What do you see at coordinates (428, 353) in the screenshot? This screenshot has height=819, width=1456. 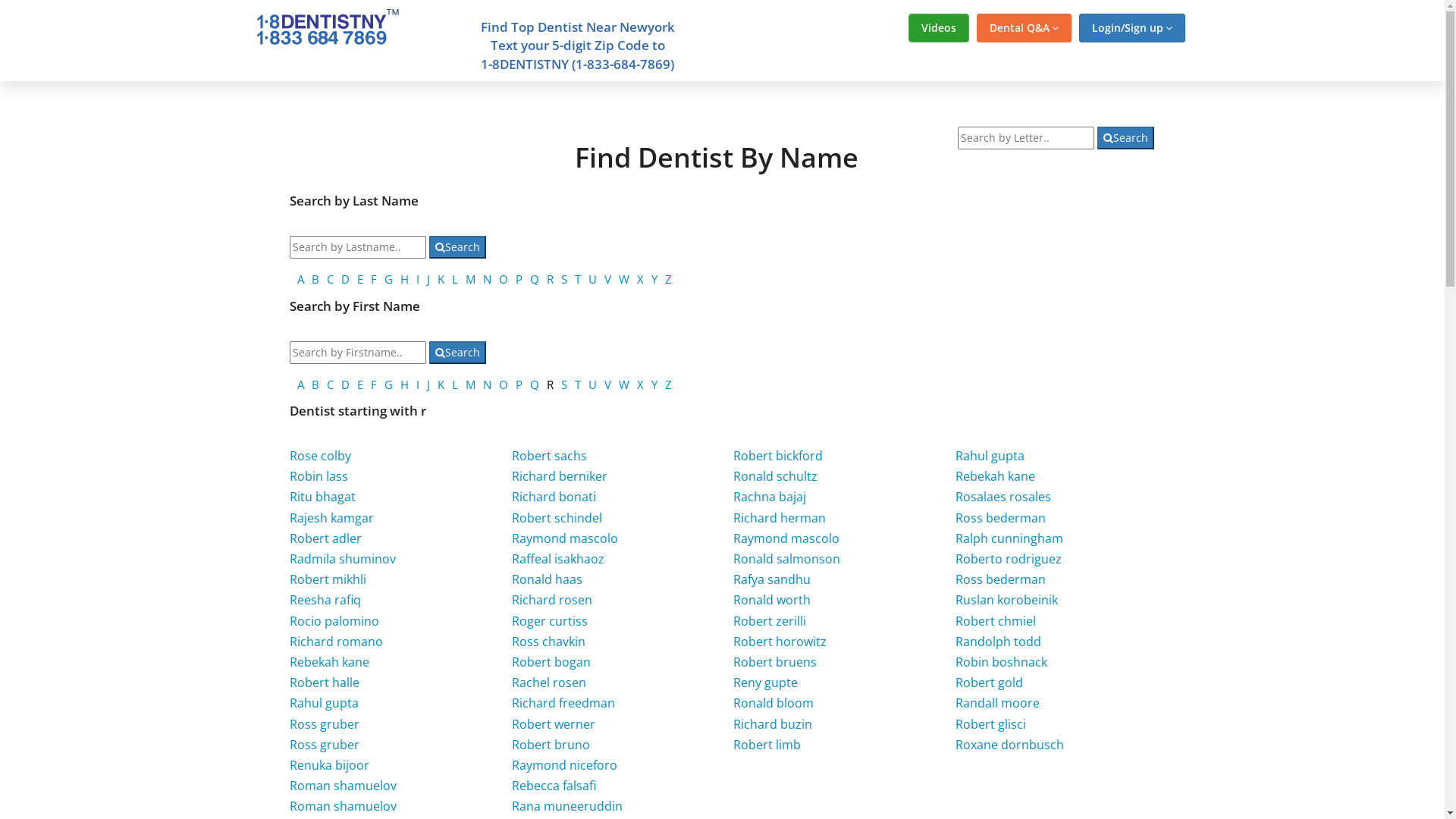 I see `'Search'` at bounding box center [428, 353].